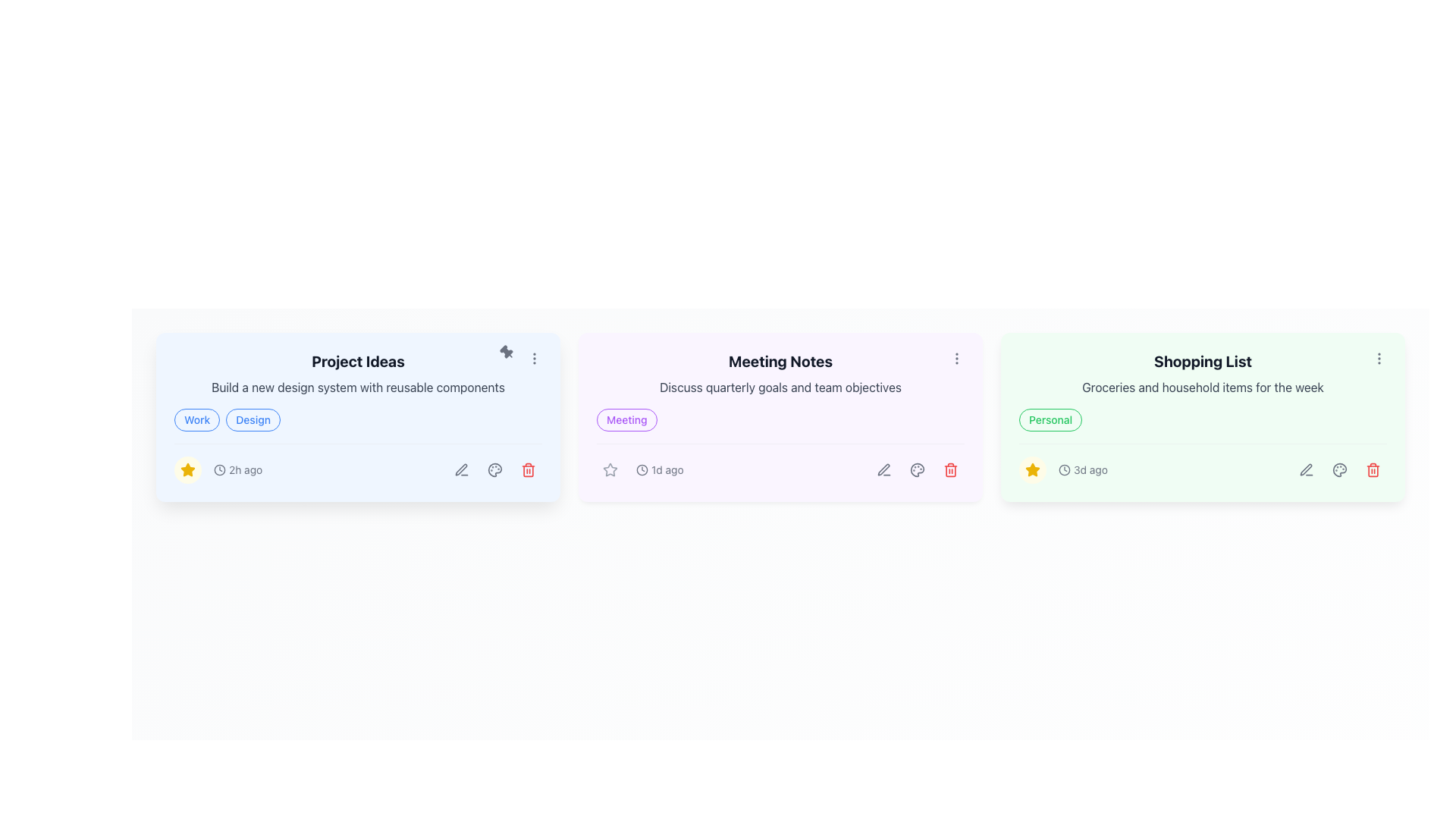  What do you see at coordinates (1379, 359) in the screenshot?
I see `the vertical ellipsis icon button at the top-right corner of the 'Shopping List' card` at bounding box center [1379, 359].